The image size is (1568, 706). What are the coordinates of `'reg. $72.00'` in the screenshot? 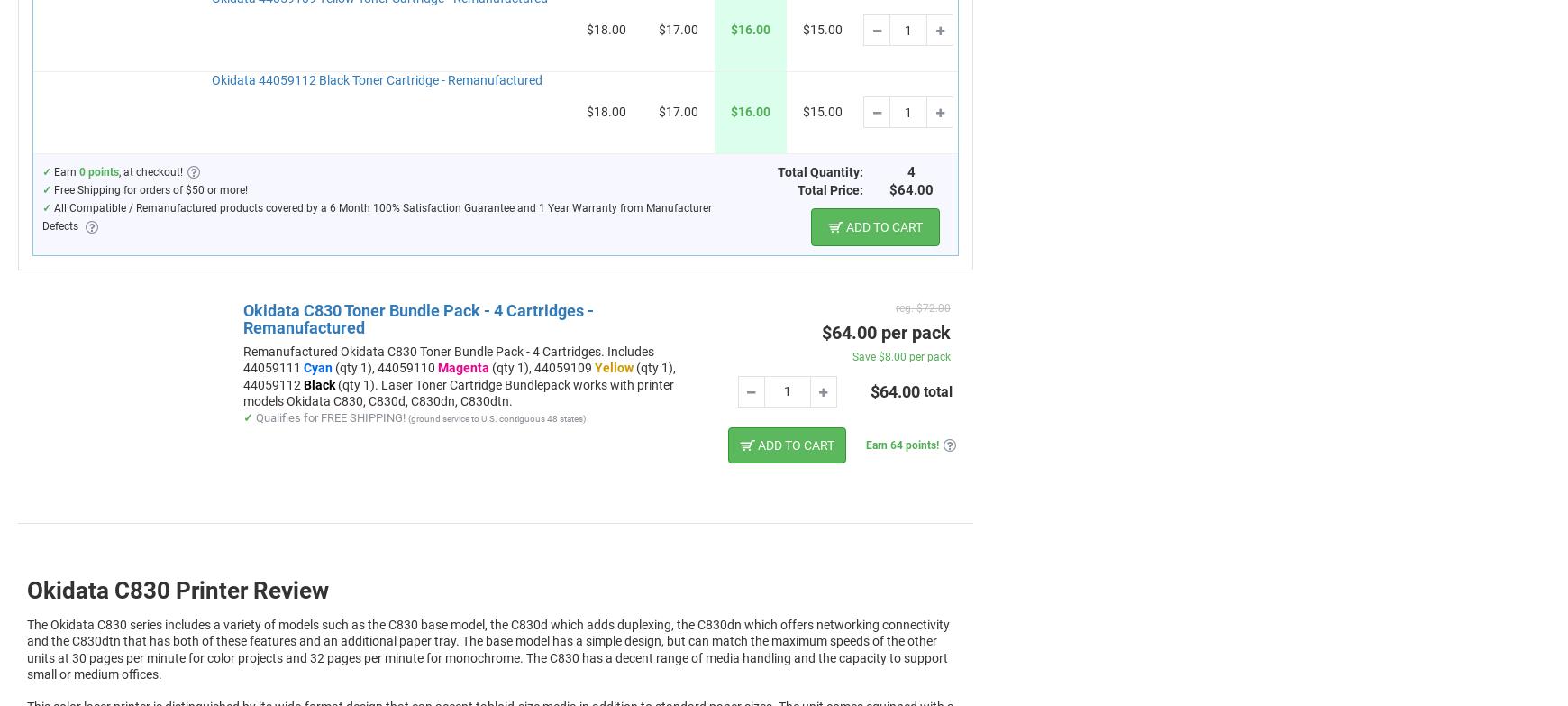 It's located at (922, 307).